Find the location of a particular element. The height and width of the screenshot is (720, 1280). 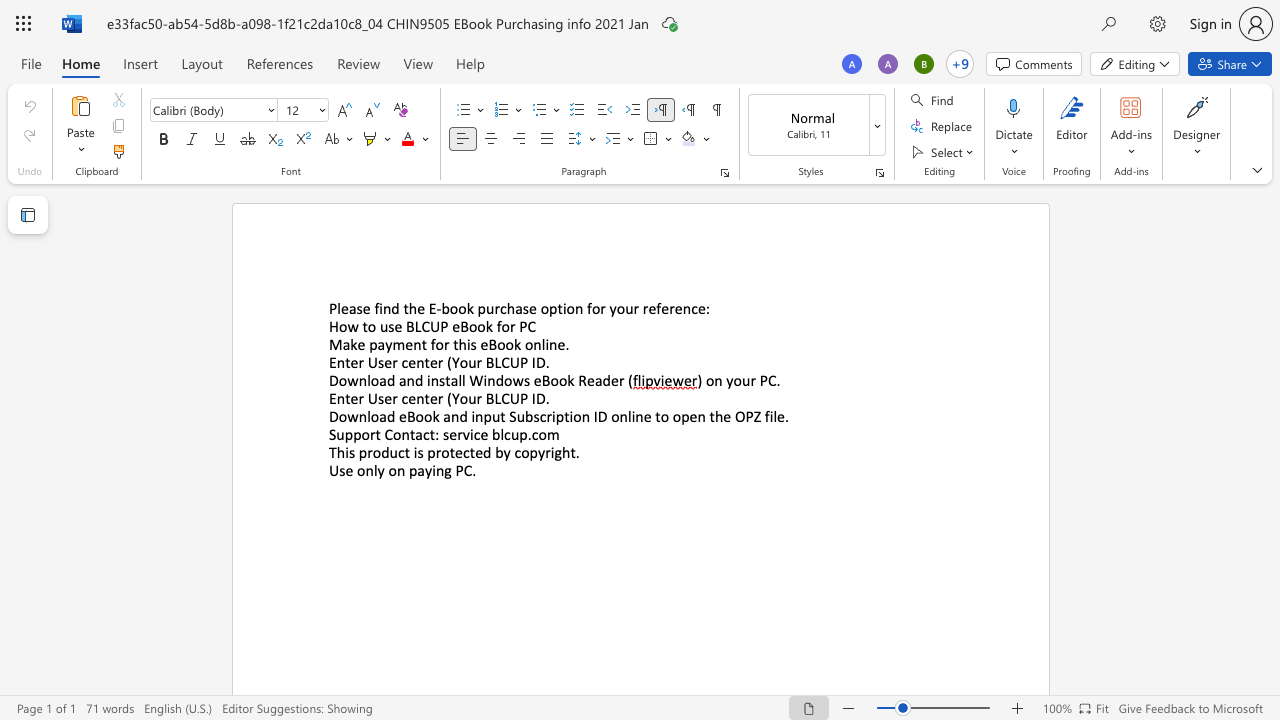

the space between the continuous character "e" and "a" in the text is located at coordinates (593, 380).